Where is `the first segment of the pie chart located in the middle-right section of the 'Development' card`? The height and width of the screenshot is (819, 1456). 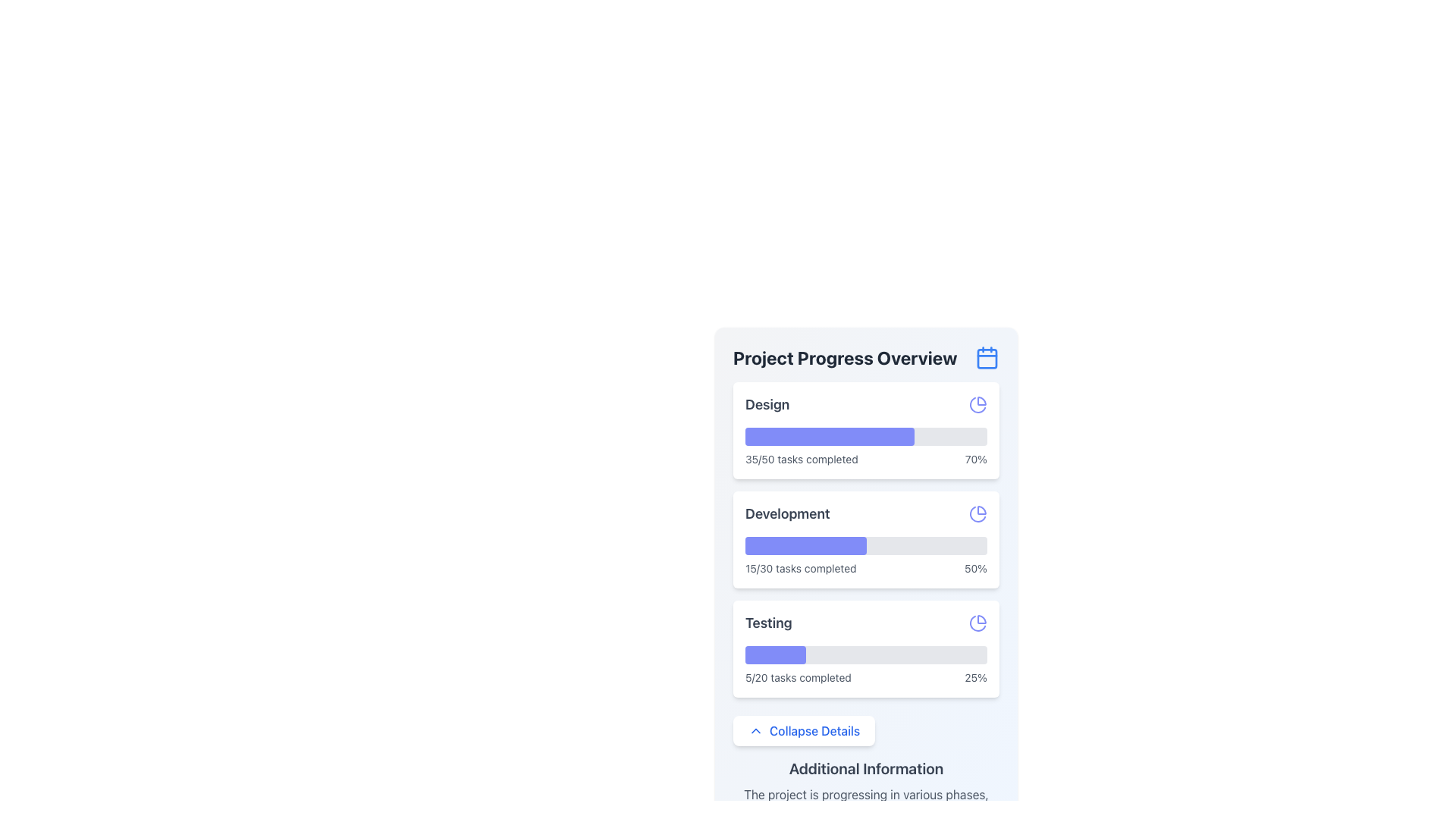
the first segment of the pie chart located in the middle-right section of the 'Development' card is located at coordinates (982, 510).